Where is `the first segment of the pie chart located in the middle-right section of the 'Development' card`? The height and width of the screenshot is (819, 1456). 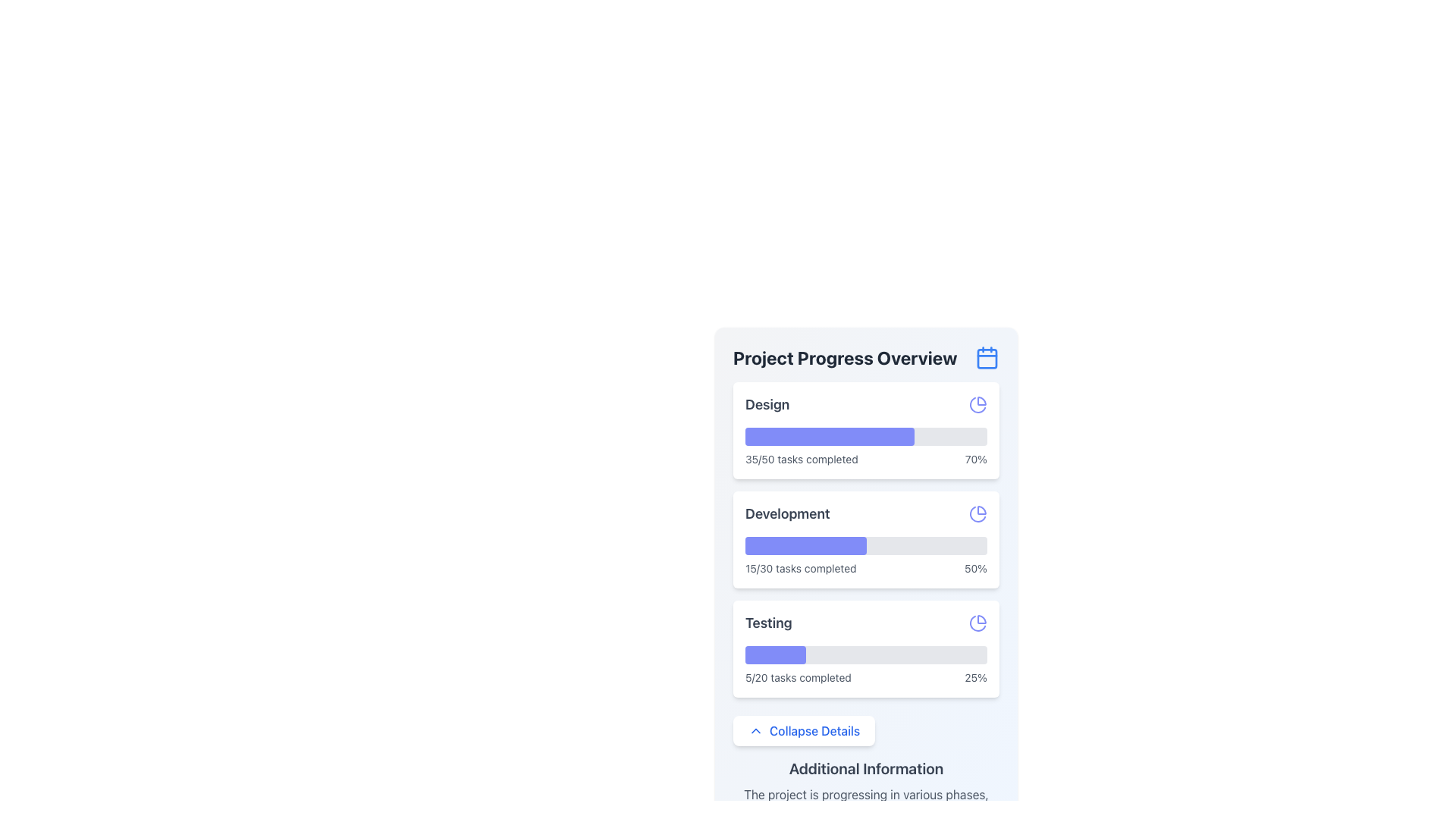
the first segment of the pie chart located in the middle-right section of the 'Development' card is located at coordinates (982, 510).